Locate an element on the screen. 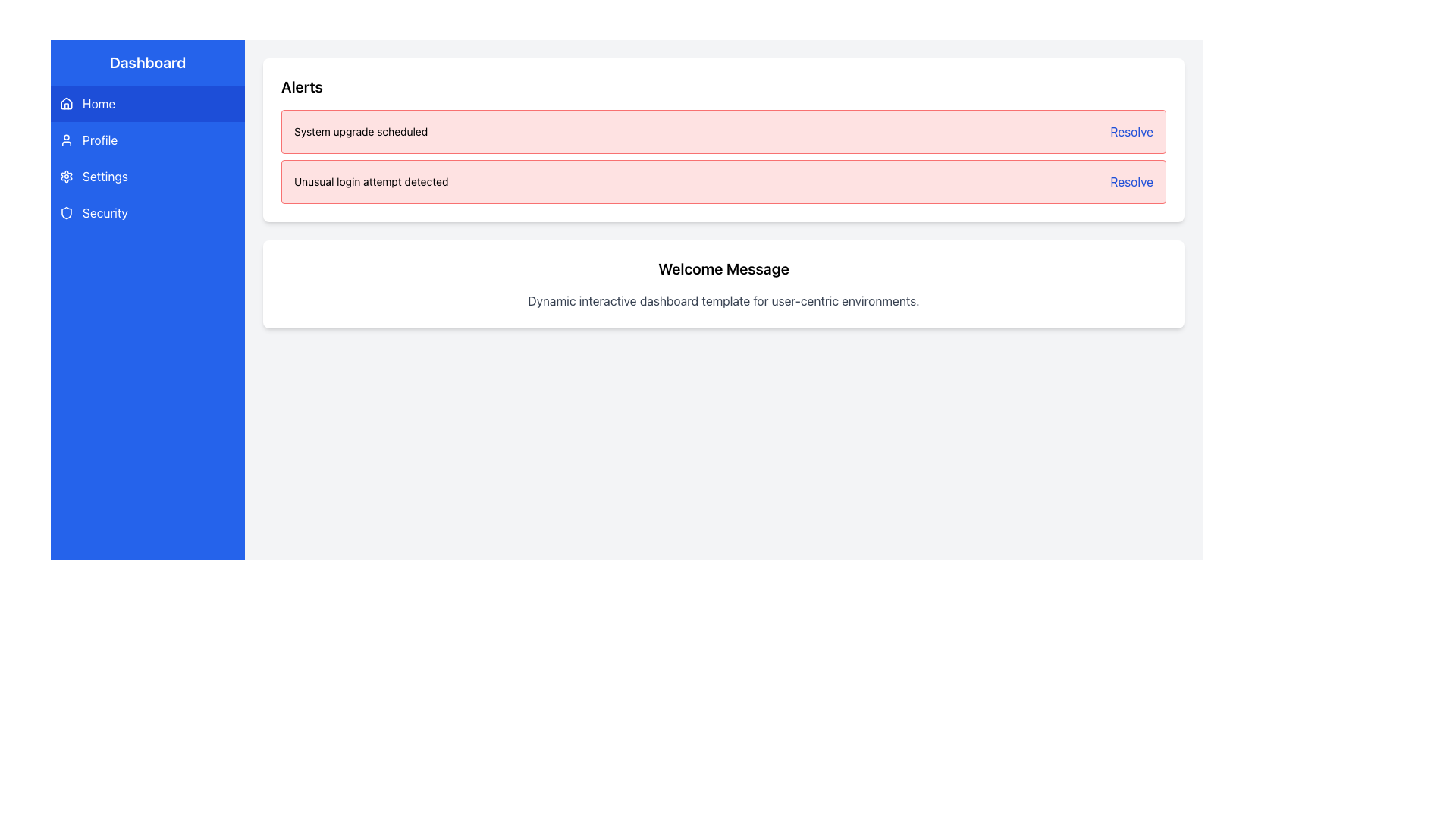  the small circular user profile icon located in the second item of the blue vertical navigation sidebar is located at coordinates (65, 140).